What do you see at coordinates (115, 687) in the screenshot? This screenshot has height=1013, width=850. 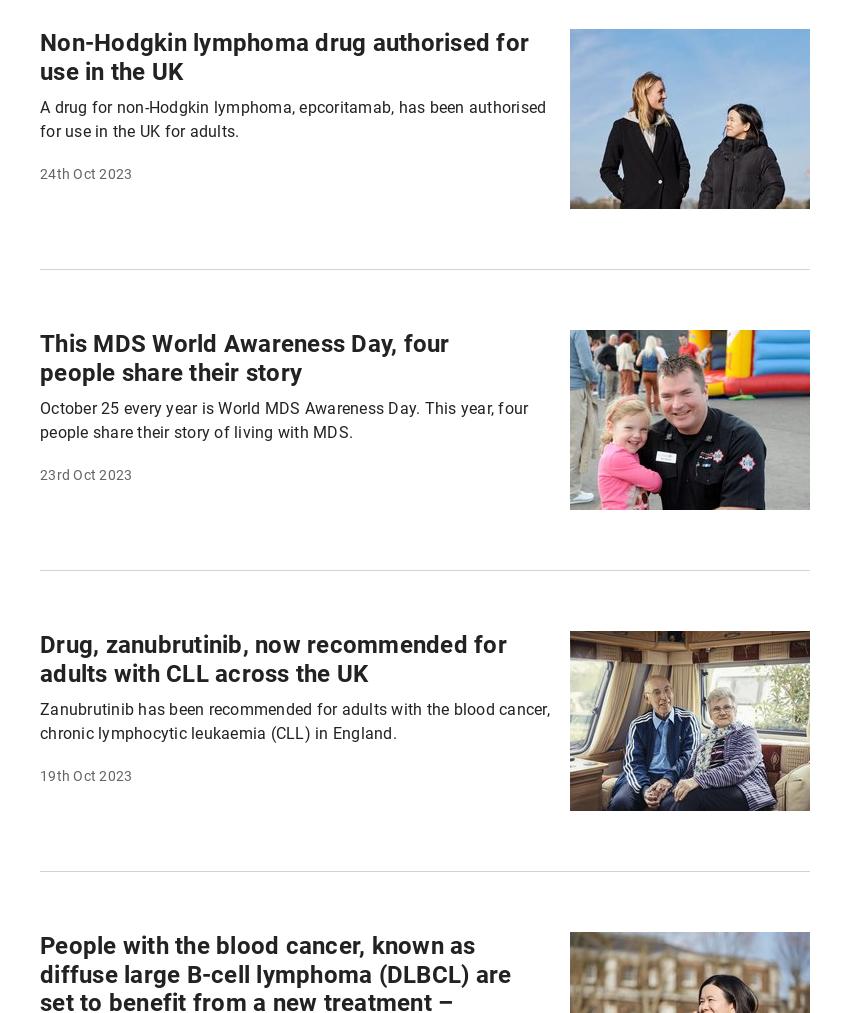 I see `'Donate'` at bounding box center [115, 687].